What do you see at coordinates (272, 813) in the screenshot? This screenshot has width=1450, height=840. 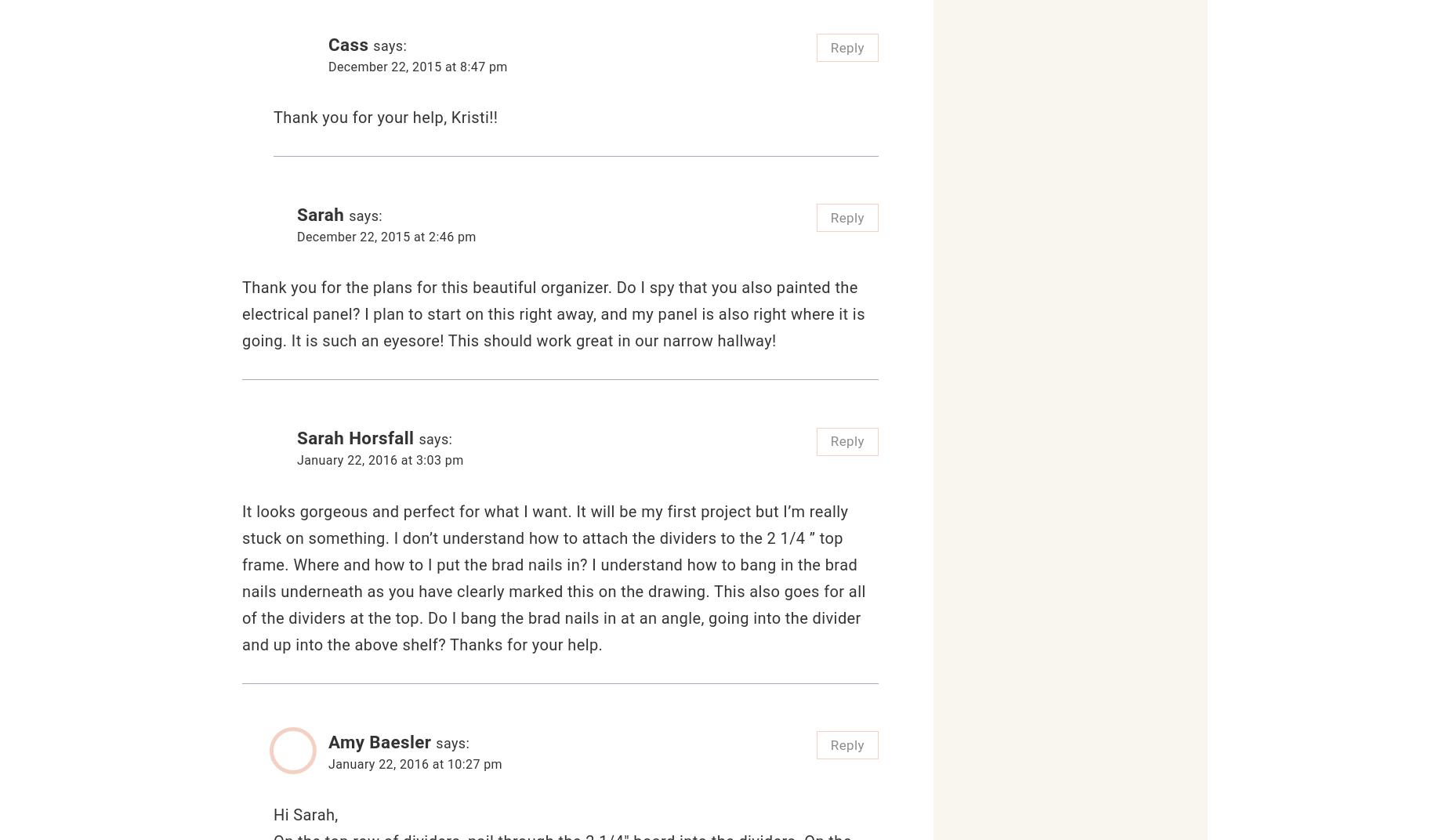 I see `'Hi Sarah,'` at bounding box center [272, 813].